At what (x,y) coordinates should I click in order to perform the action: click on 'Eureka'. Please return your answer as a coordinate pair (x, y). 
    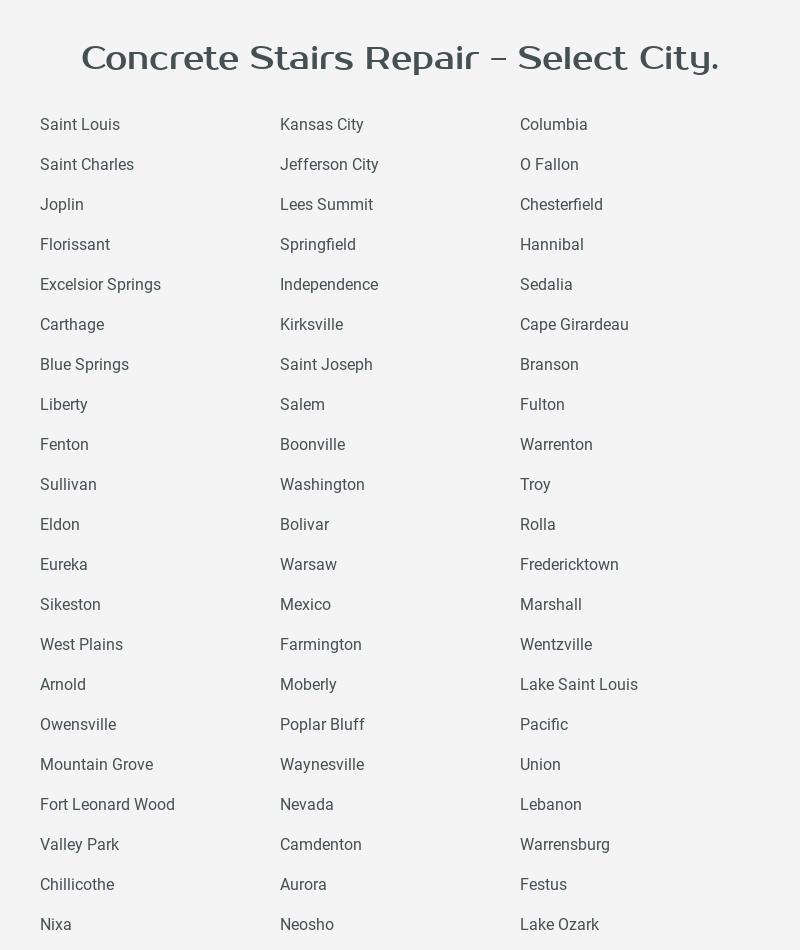
    Looking at the image, I should click on (39, 564).